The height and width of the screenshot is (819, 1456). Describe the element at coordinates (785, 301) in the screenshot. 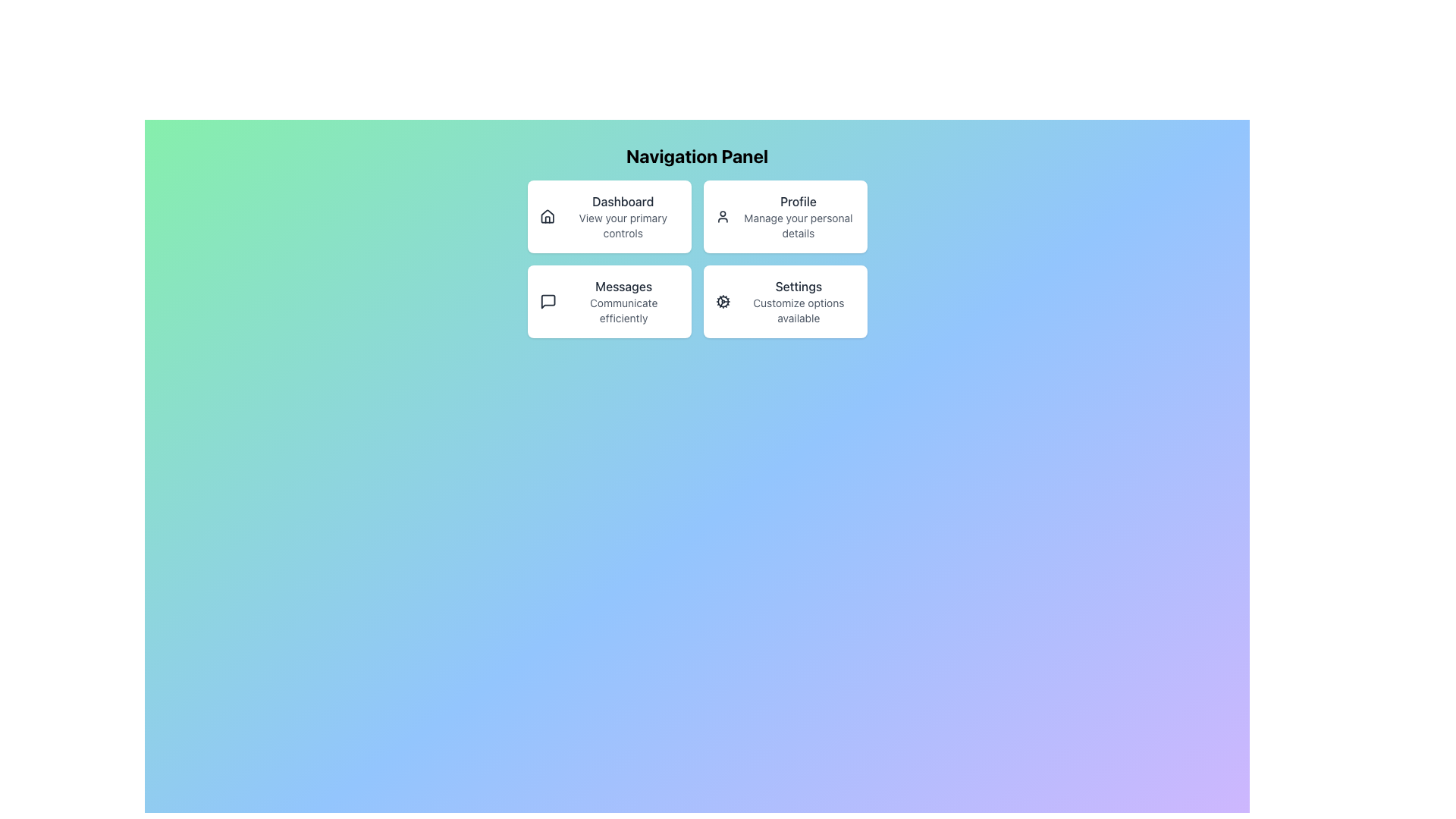

I see `the settings shortcut element located at the bottom-right of the 2x2 grid of options within the card in the bottom-right corner of the main navigation panel` at that location.